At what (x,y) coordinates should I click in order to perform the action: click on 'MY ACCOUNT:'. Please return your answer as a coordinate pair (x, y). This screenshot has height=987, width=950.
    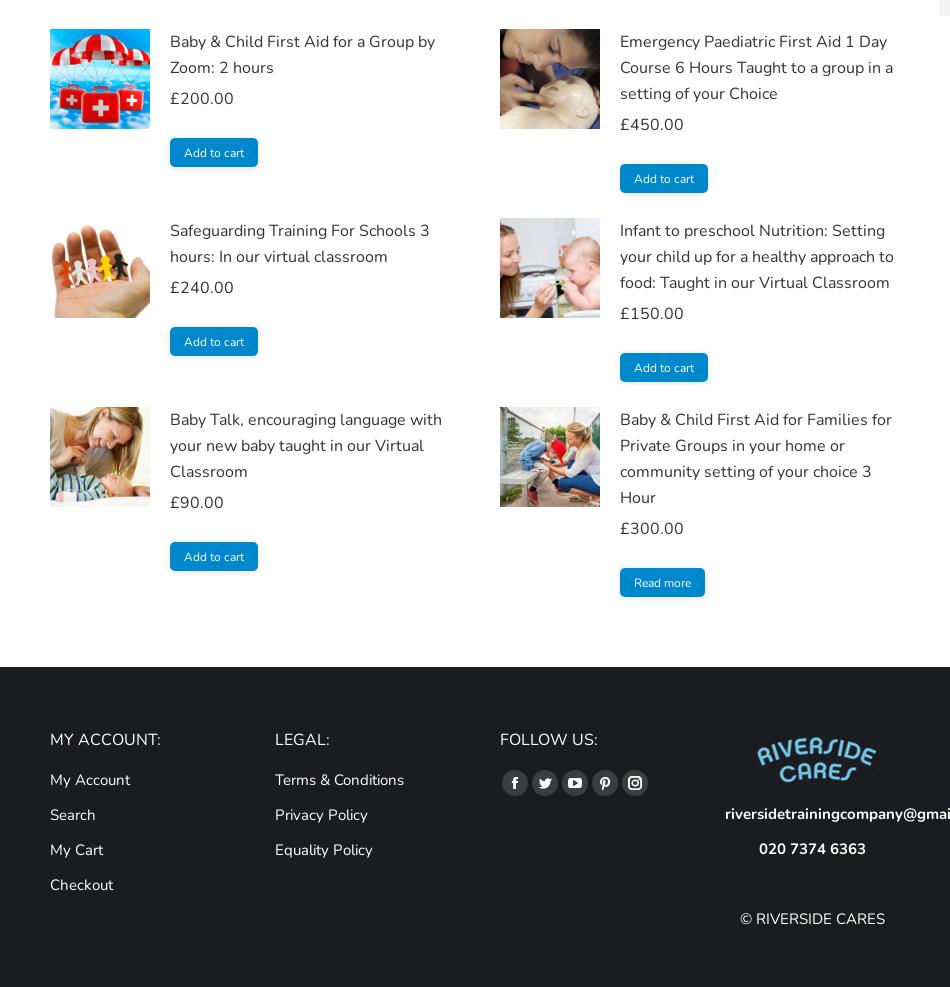
    Looking at the image, I should click on (105, 738).